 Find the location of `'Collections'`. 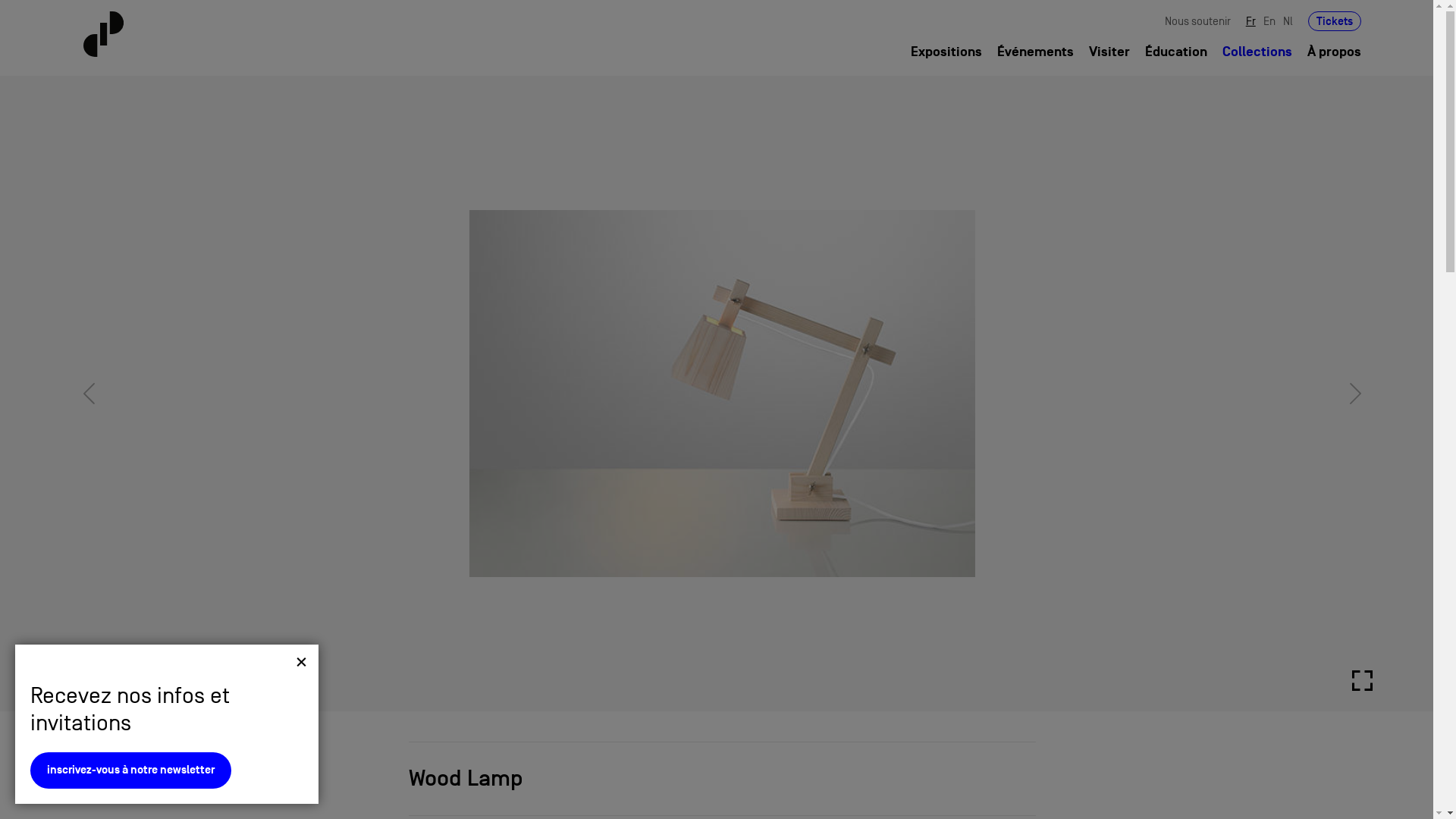

'Collections' is located at coordinates (1257, 52).